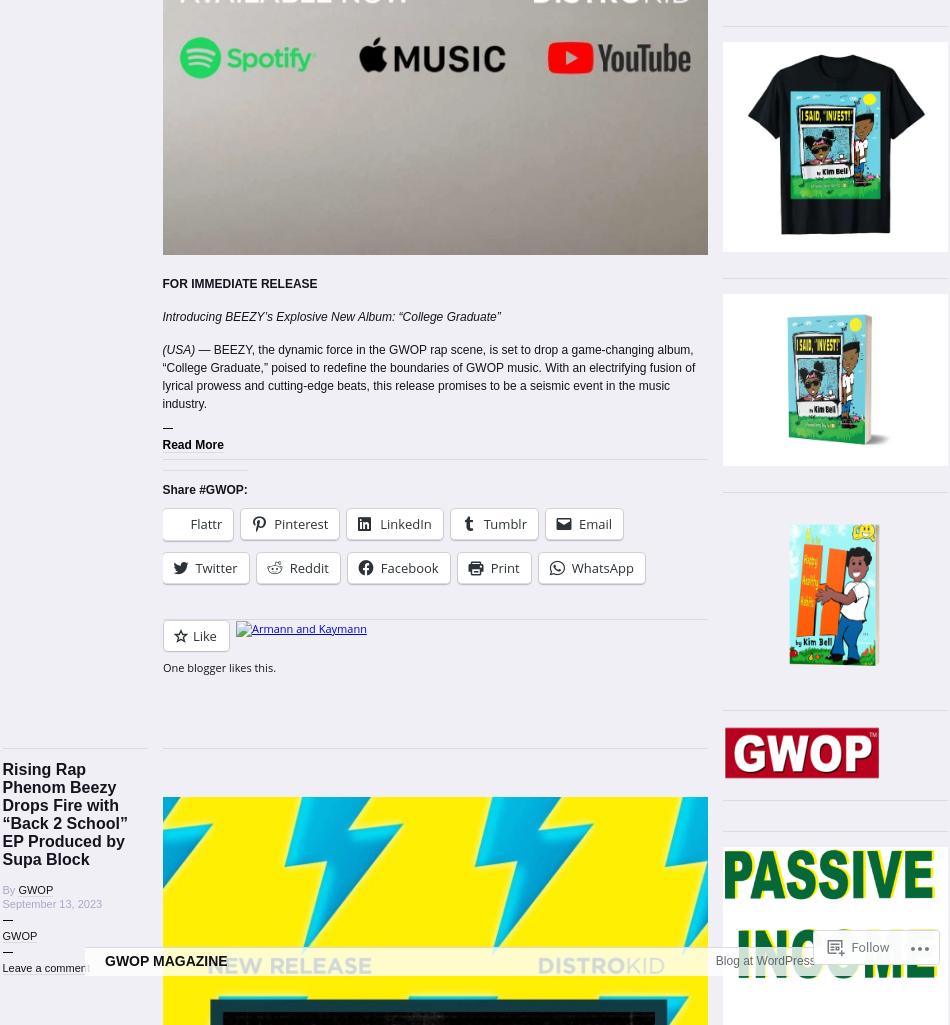 This screenshot has width=950, height=1025. Describe the element at coordinates (216, 567) in the screenshot. I see `'Twitter'` at that location.